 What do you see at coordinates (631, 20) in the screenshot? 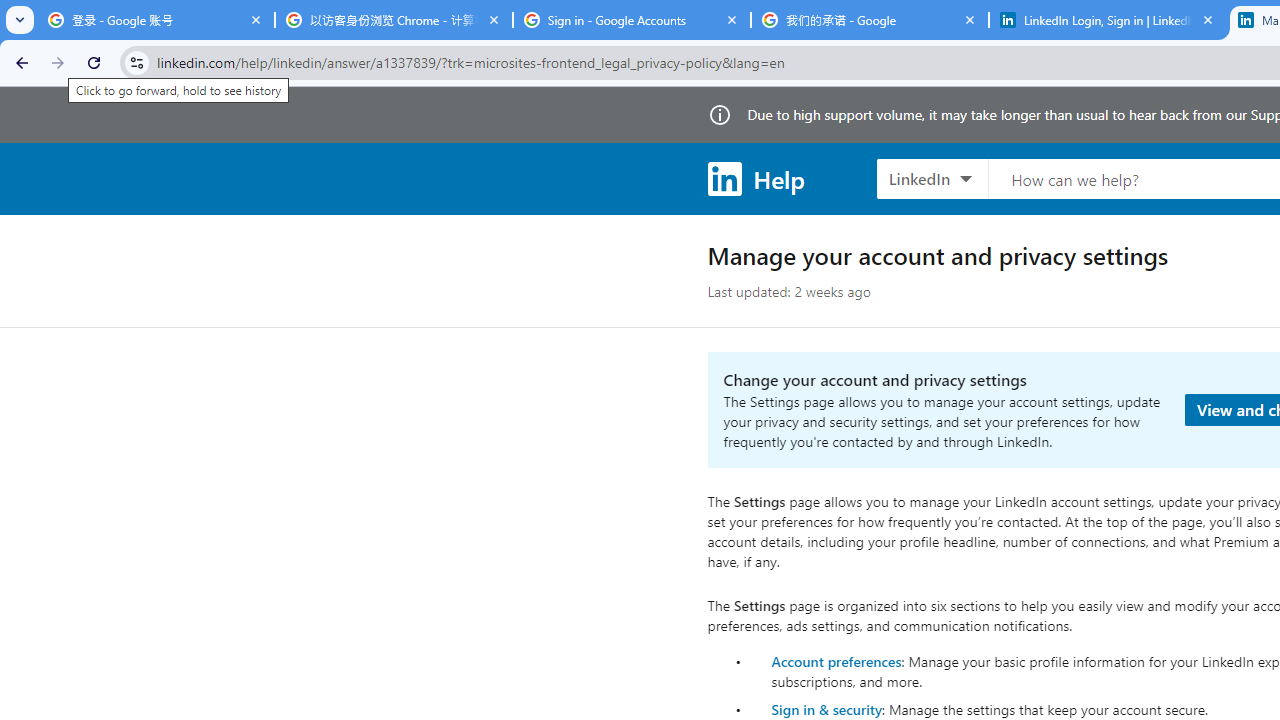
I see `'Sign in - Google Accounts'` at bounding box center [631, 20].